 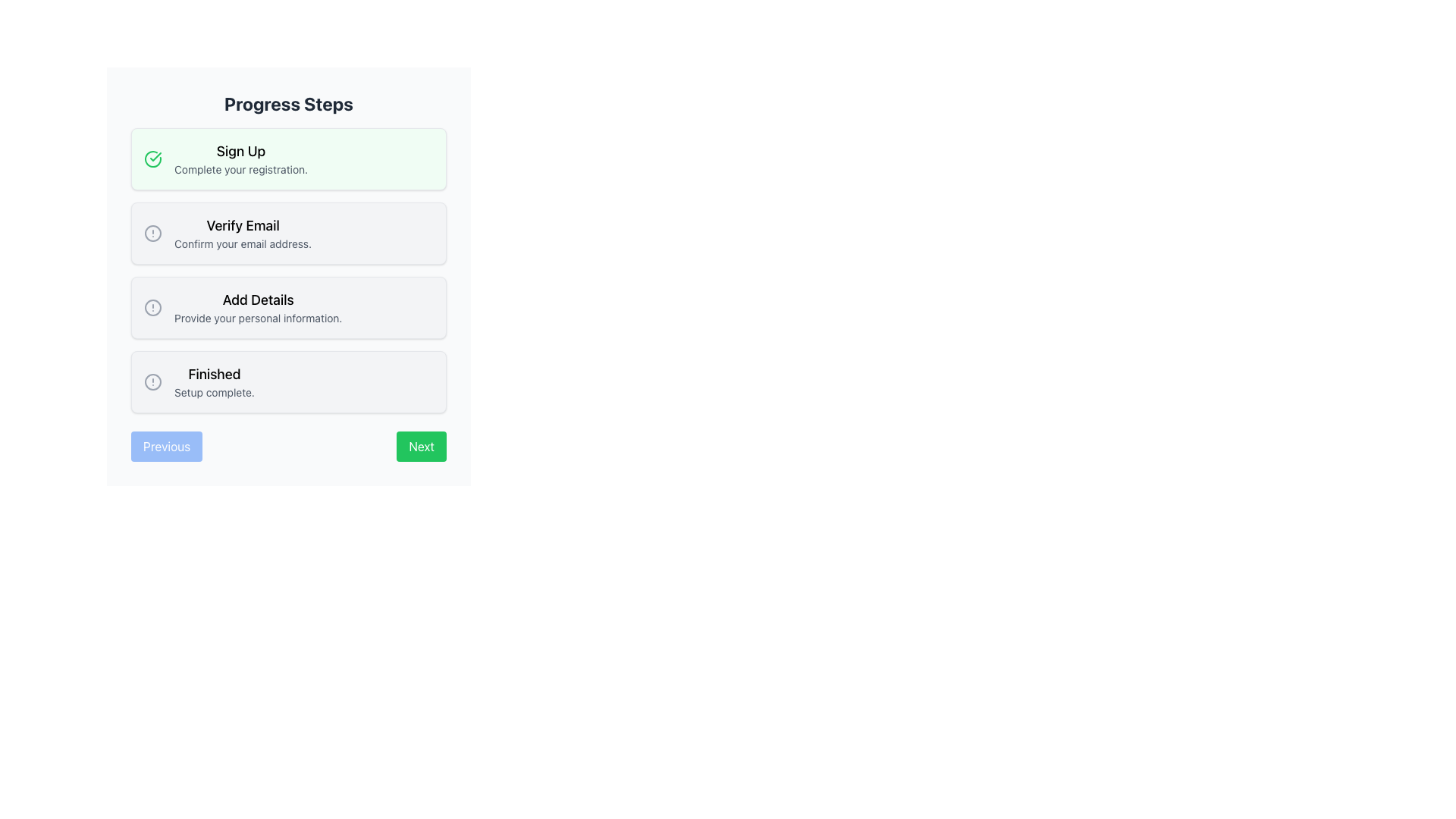 What do you see at coordinates (288, 381) in the screenshot?
I see `the completed step in the multi-step process, which is the fourth item in the list located below 'Add Details' and above the navigation buttons` at bounding box center [288, 381].